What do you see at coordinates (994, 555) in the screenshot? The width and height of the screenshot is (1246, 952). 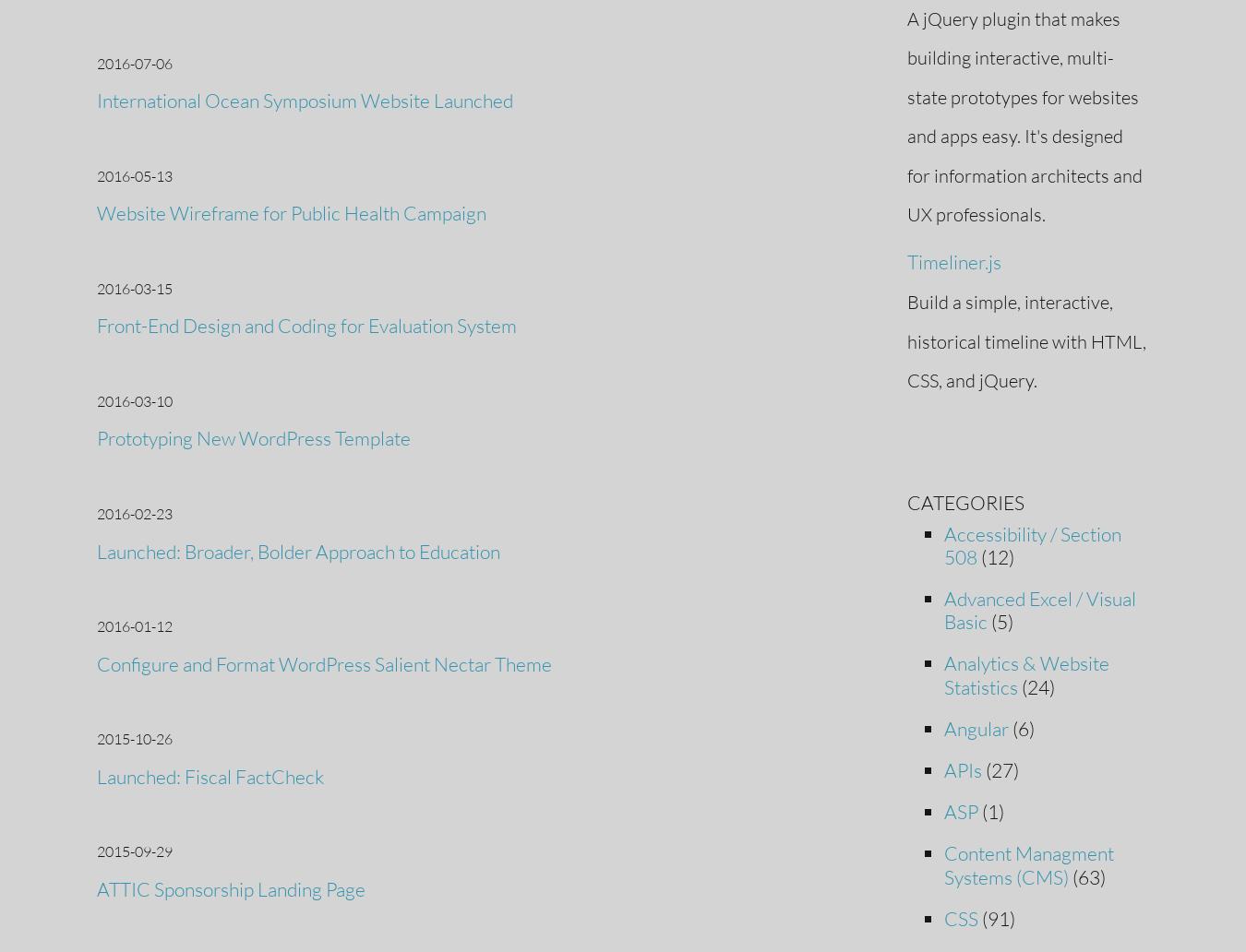 I see `'(12)'` at bounding box center [994, 555].